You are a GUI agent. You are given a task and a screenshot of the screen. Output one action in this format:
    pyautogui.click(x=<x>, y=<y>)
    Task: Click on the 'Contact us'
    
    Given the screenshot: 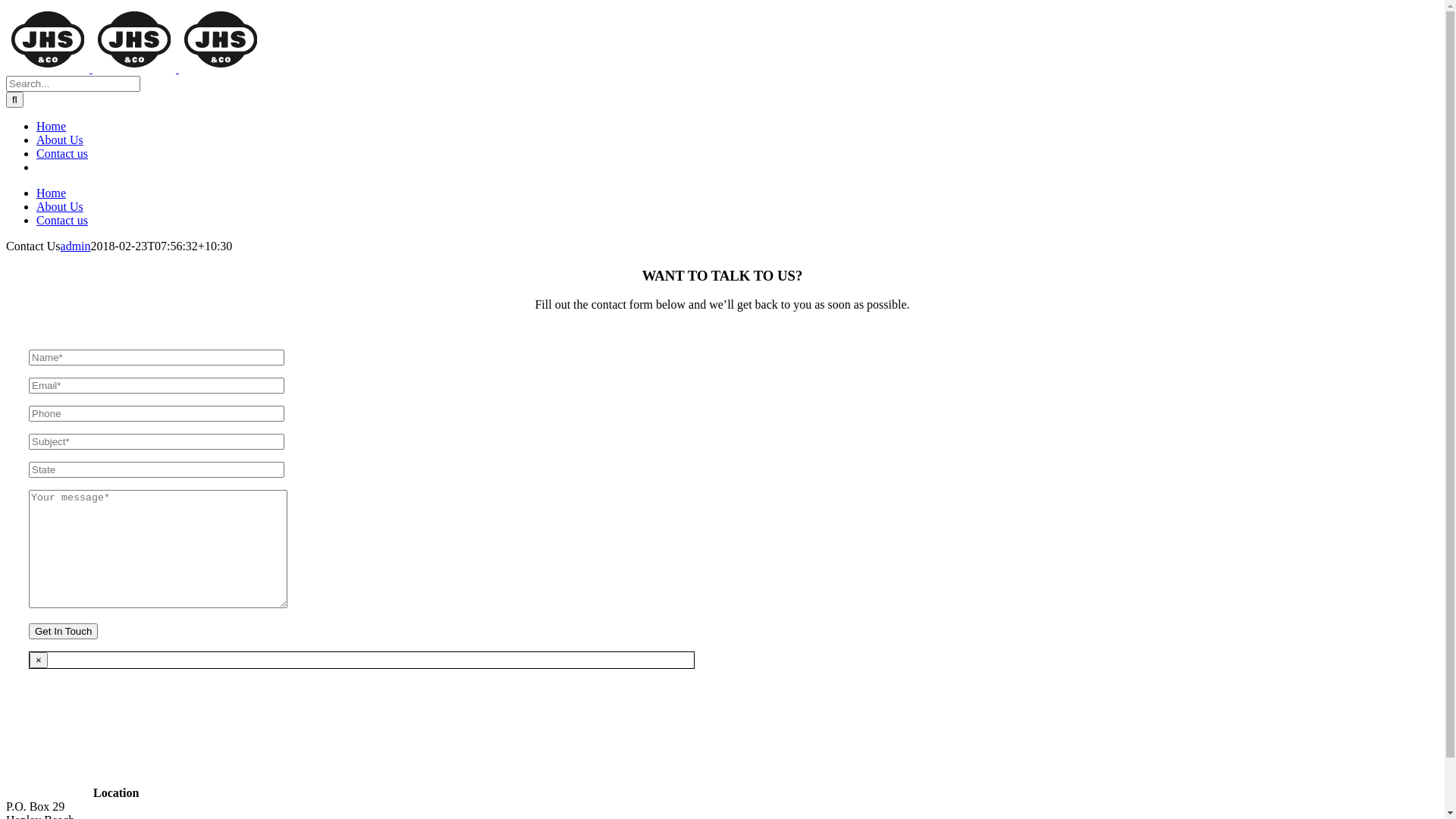 What is the action you would take?
    pyautogui.click(x=36, y=220)
    